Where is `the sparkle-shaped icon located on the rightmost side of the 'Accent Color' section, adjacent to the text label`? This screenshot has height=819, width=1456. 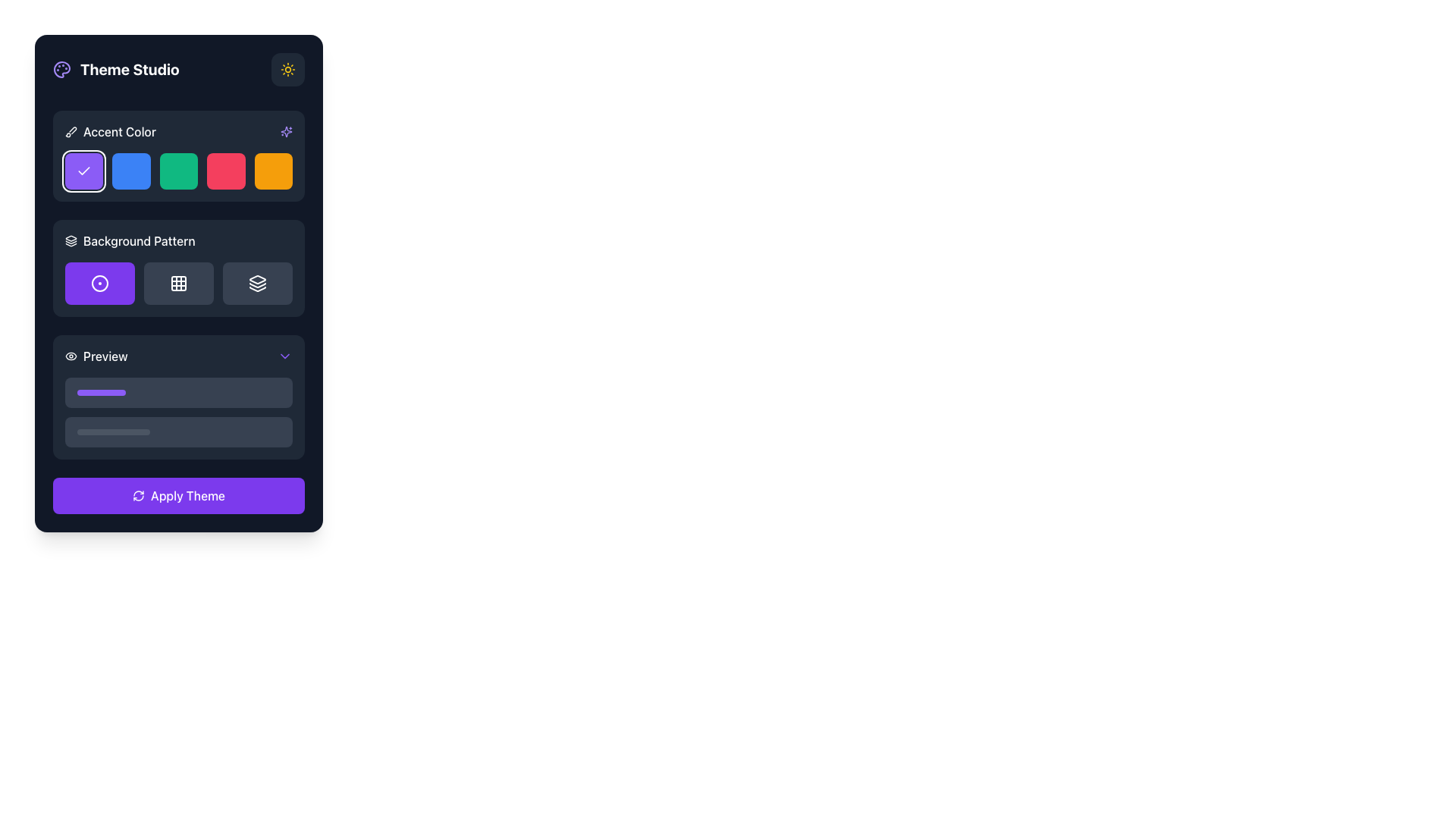
the sparkle-shaped icon located on the rightmost side of the 'Accent Color' section, adjacent to the text label is located at coordinates (287, 130).